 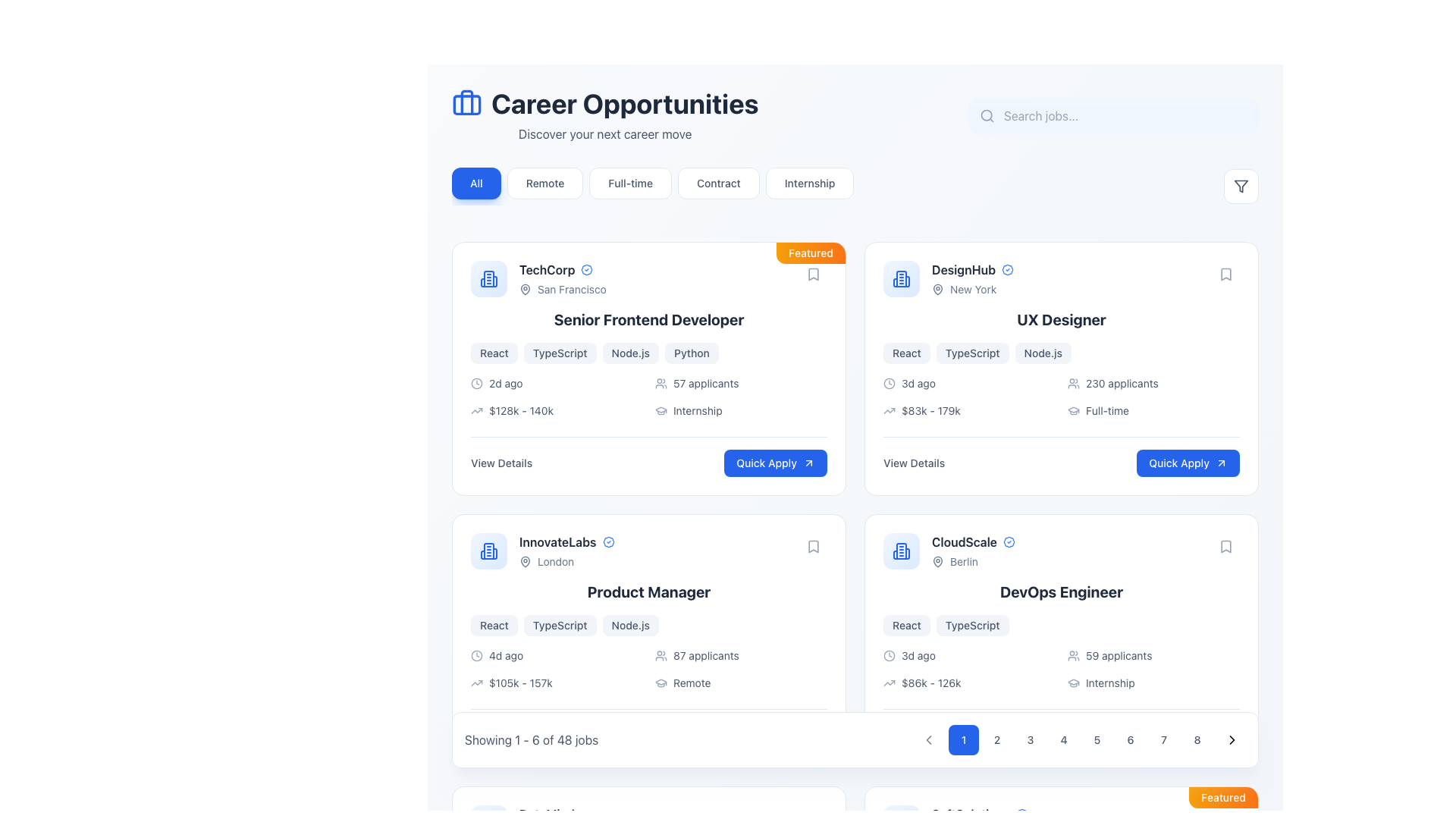 I want to click on the second tag in the horizontal list of tags within the job listing titled 'Senior Frontend Developer', located centrally in the first card on the page, so click(x=559, y=353).